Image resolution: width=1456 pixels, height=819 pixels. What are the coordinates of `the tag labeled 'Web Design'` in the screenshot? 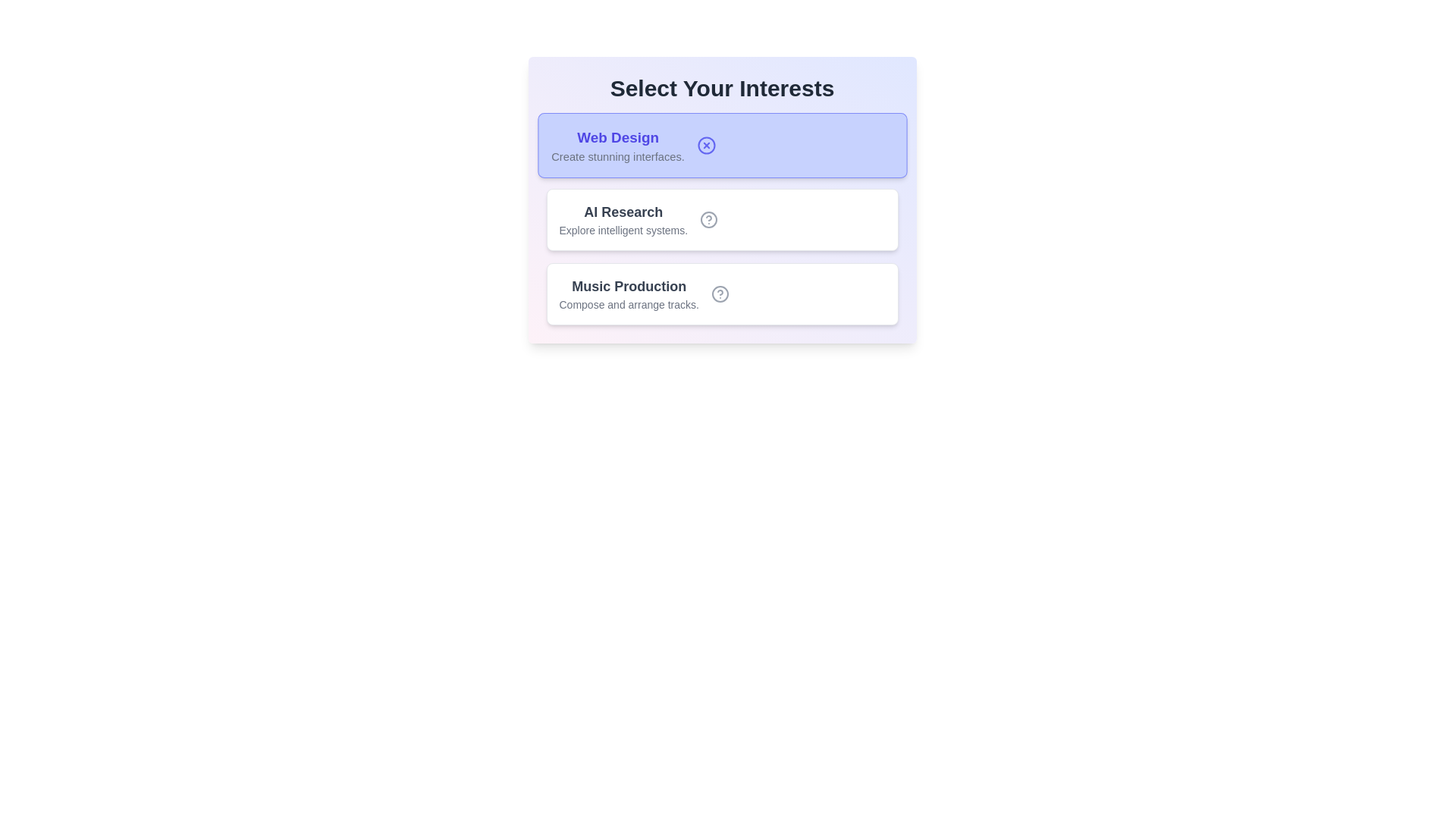 It's located at (721, 146).